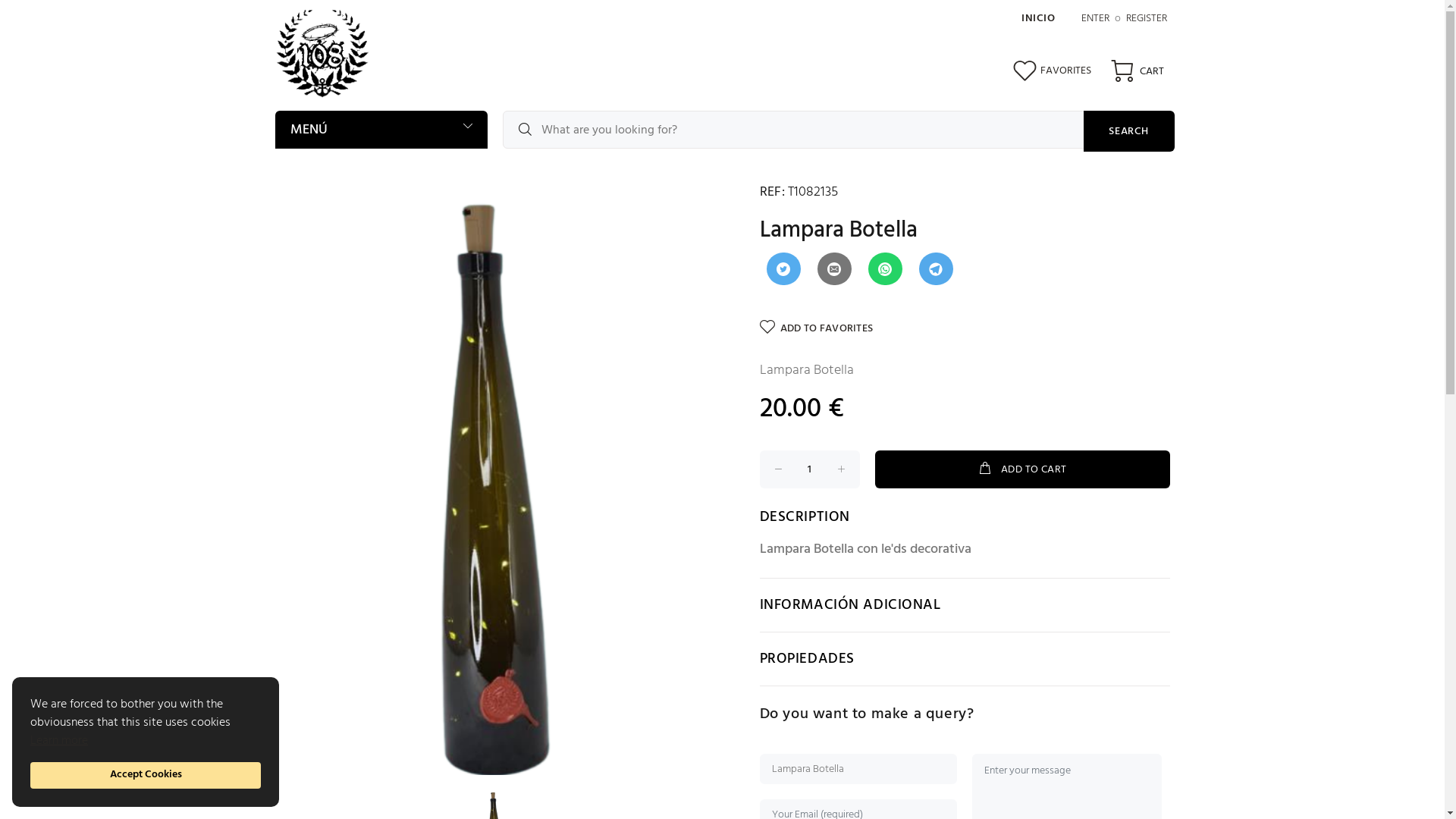 This screenshot has width=1456, height=819. Describe the element at coordinates (146, 775) in the screenshot. I see `'Accept Cookies'` at that location.